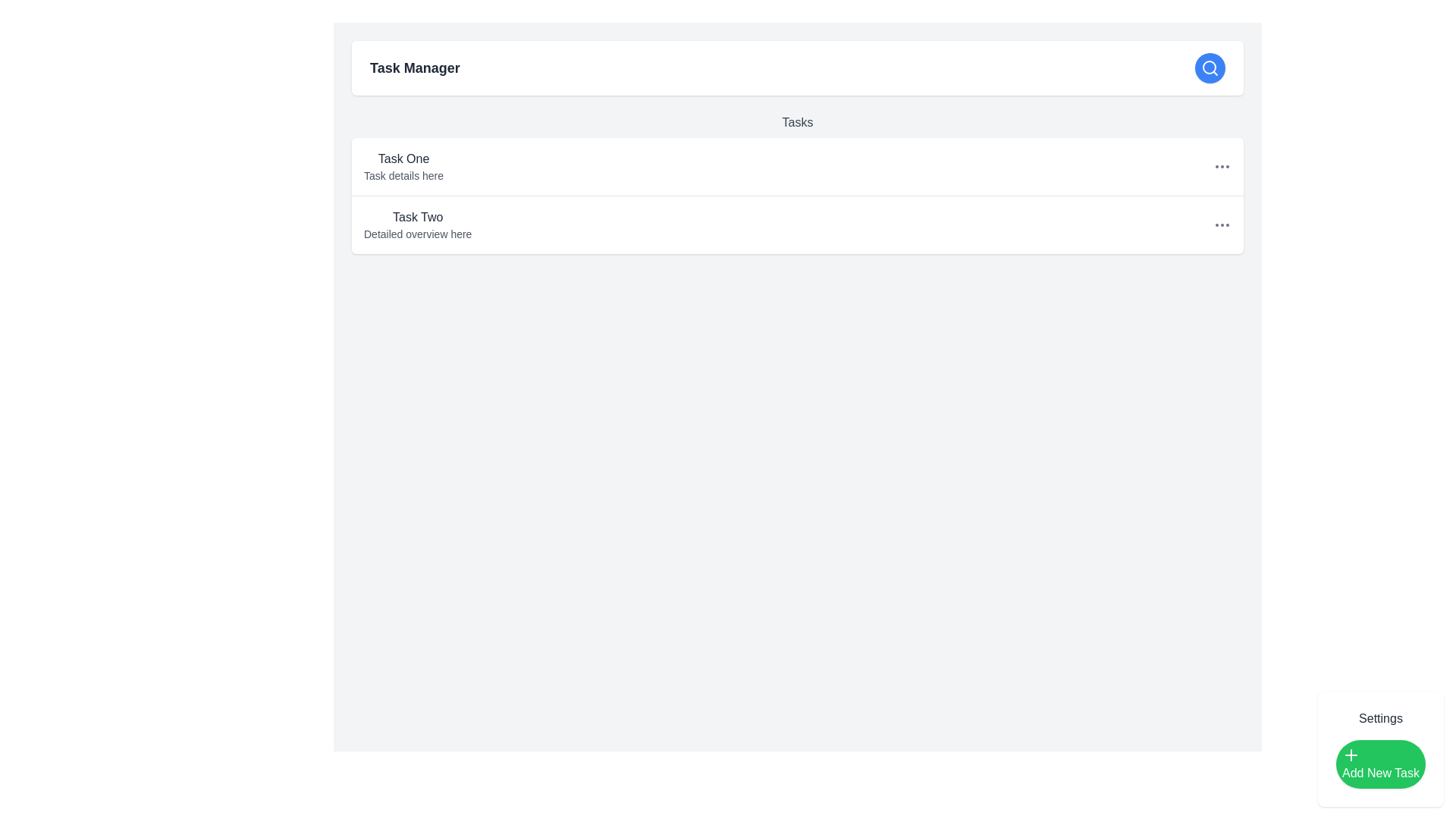  What do you see at coordinates (1222, 225) in the screenshot?
I see `the ellipsis menu icon located at the far right of the row labeled 'Task Two Detailed overview here'` at bounding box center [1222, 225].